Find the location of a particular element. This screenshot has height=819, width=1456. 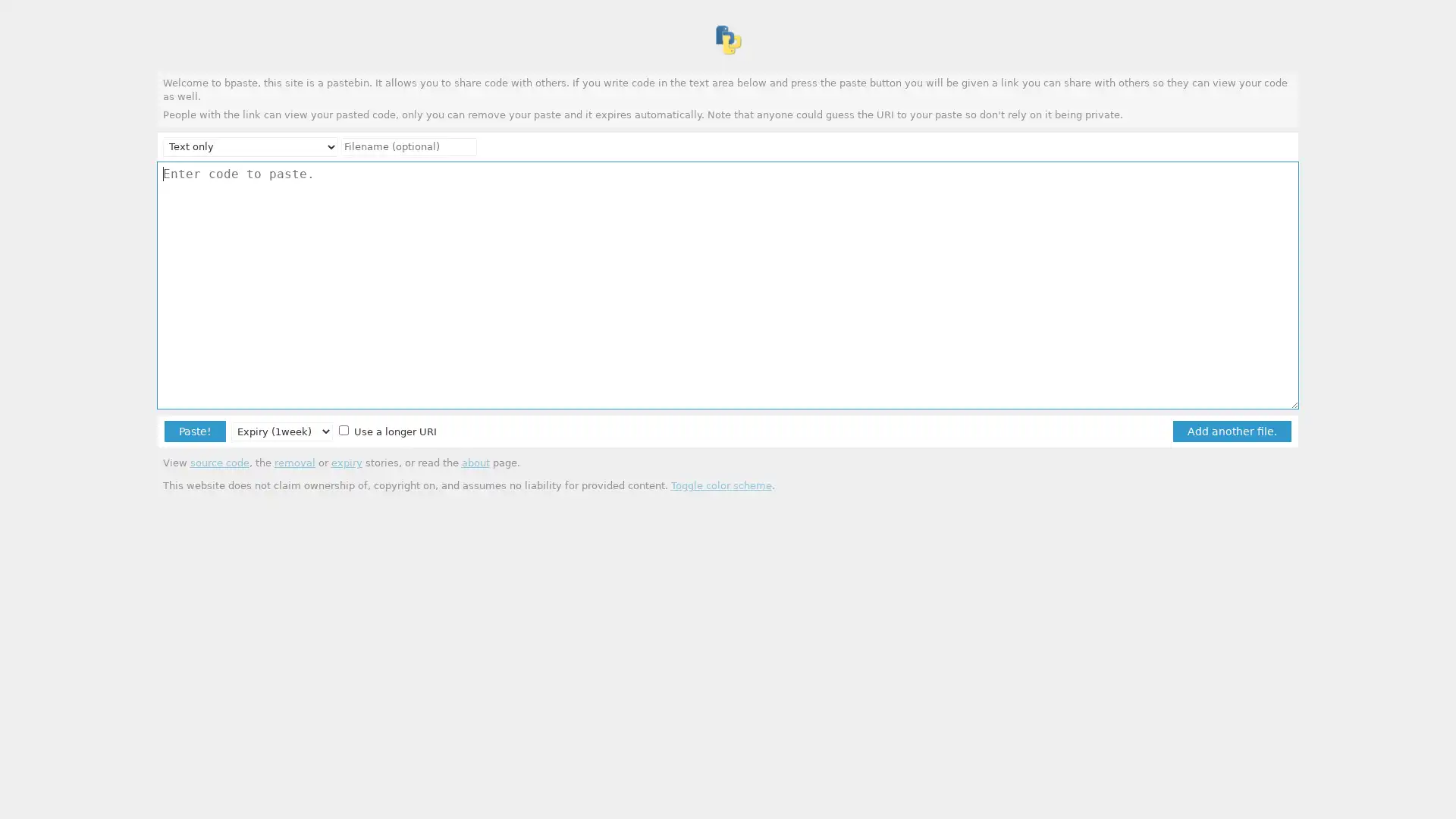

Toggle color scheme is located at coordinates (720, 485).